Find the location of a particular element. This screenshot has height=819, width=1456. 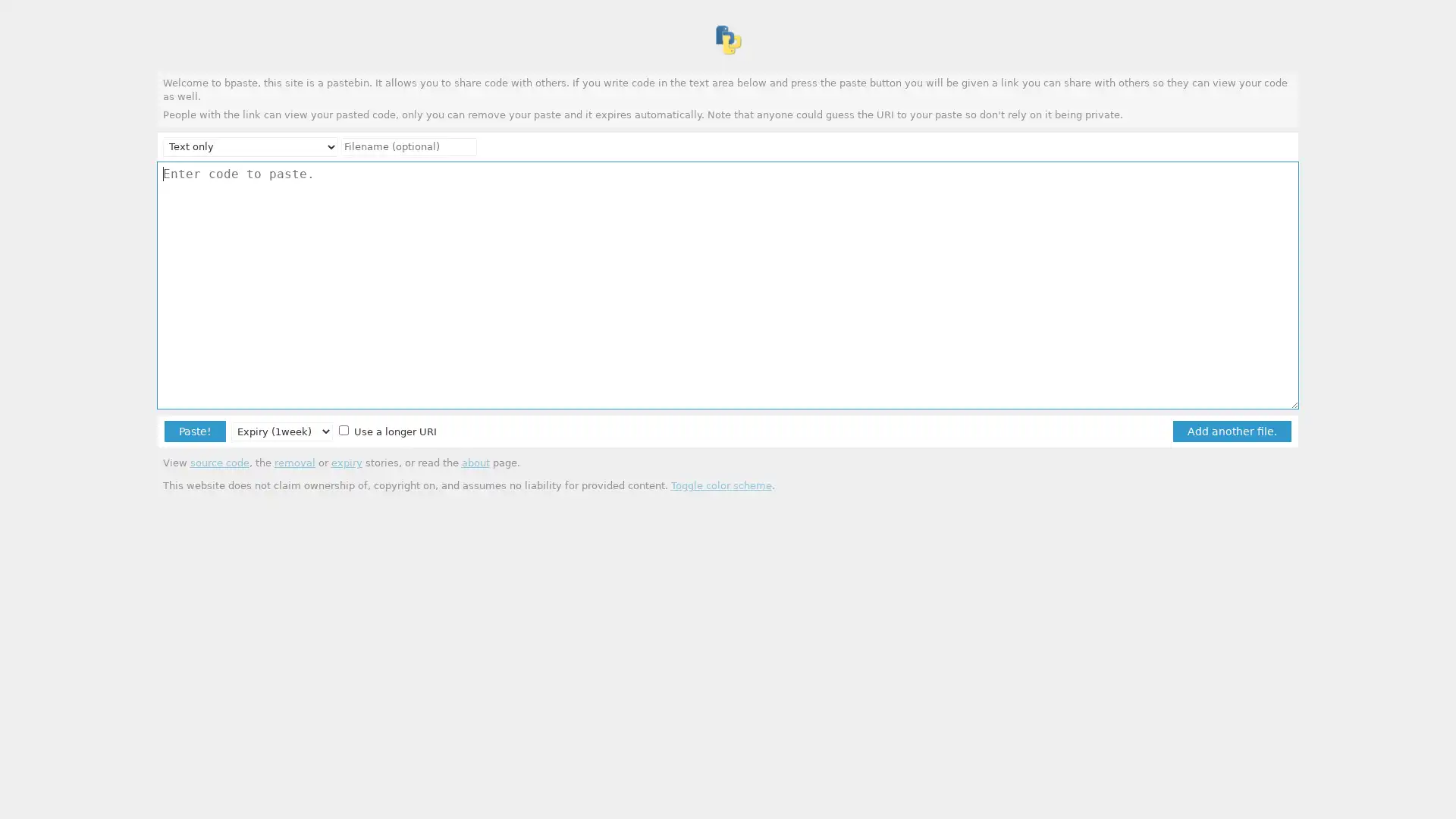

Toggle color scheme is located at coordinates (720, 485).